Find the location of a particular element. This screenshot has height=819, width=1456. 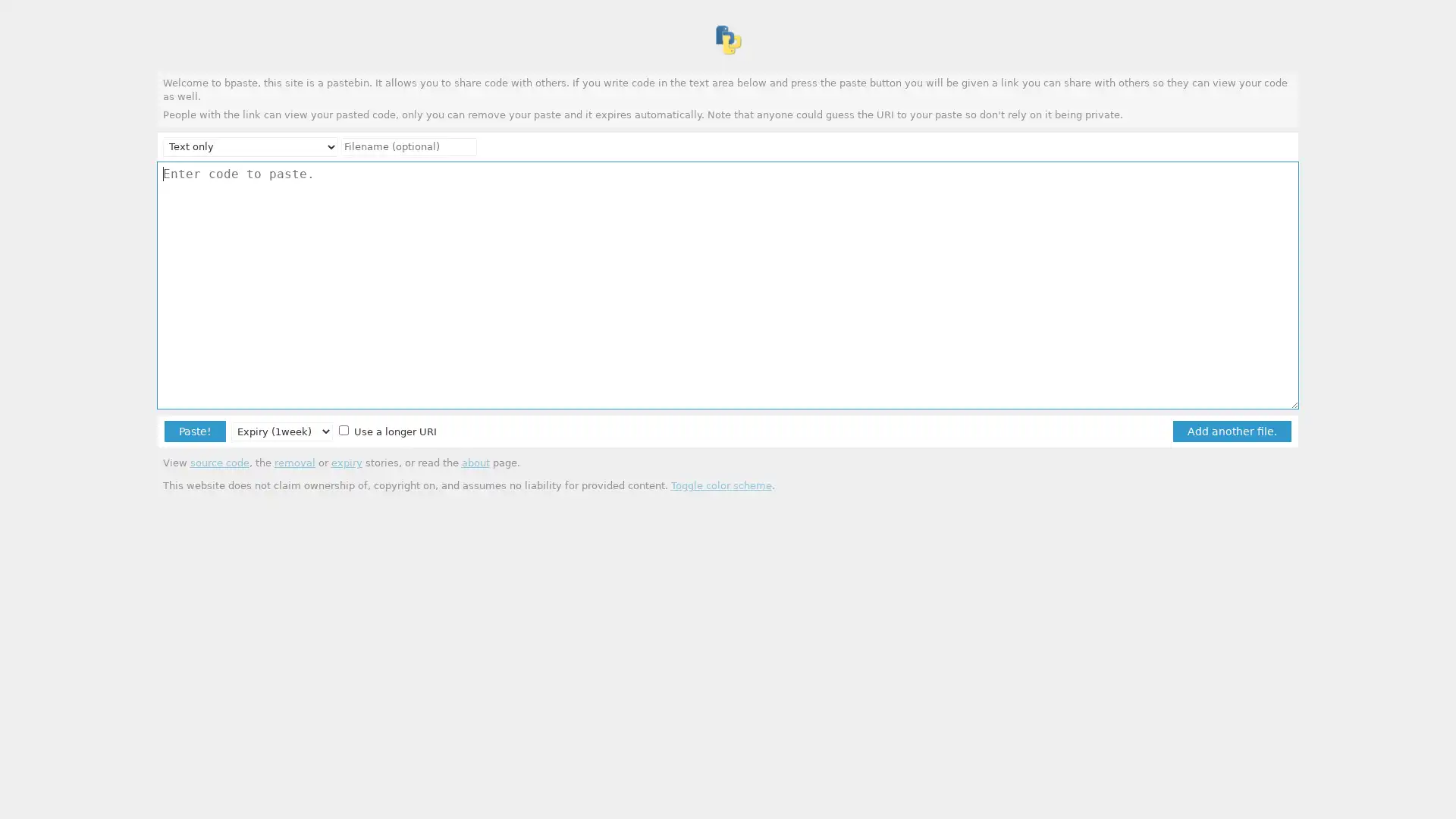

Toggle color scheme is located at coordinates (720, 485).